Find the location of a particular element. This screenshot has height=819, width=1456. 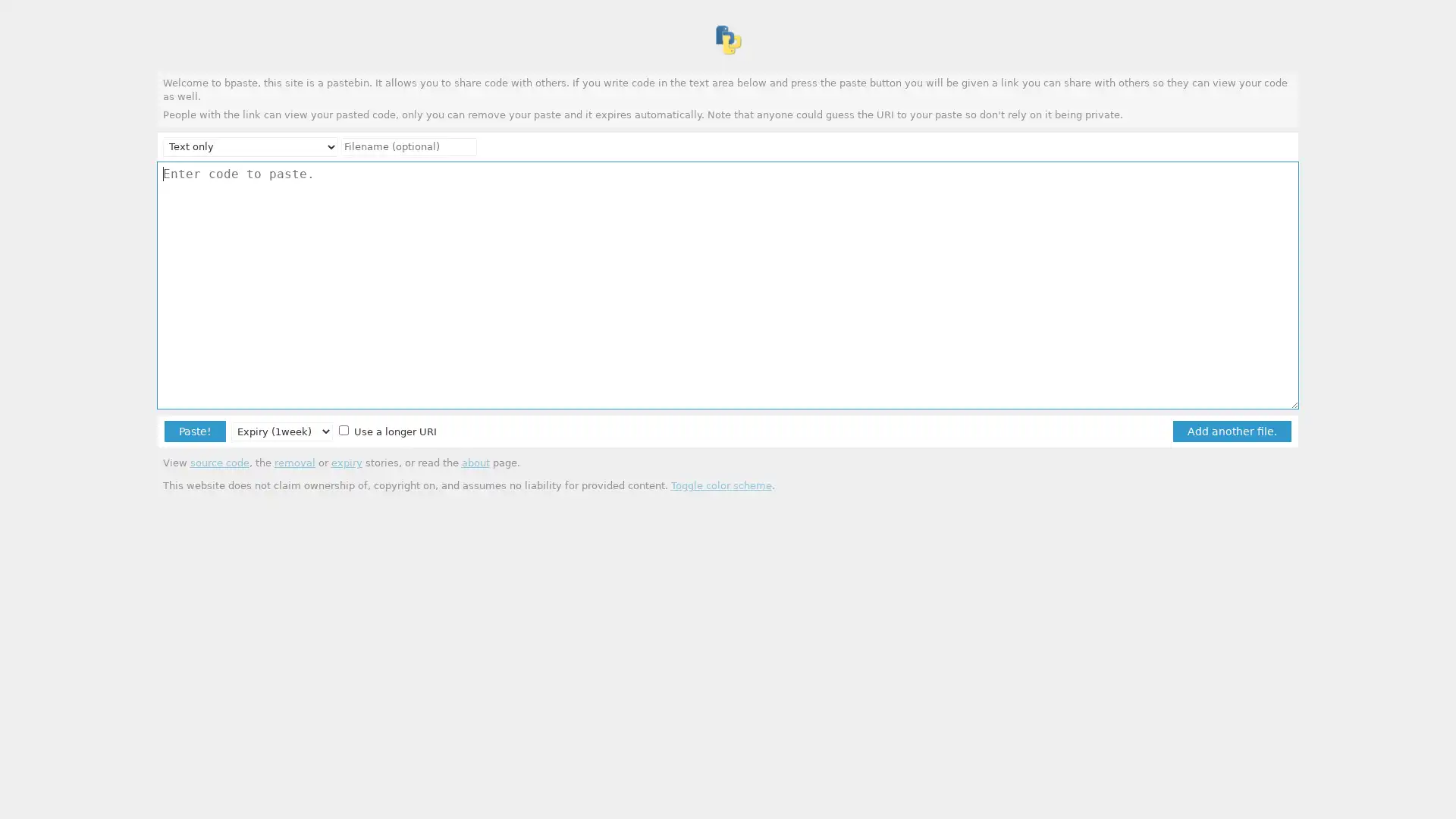

Toggle color scheme is located at coordinates (720, 485).